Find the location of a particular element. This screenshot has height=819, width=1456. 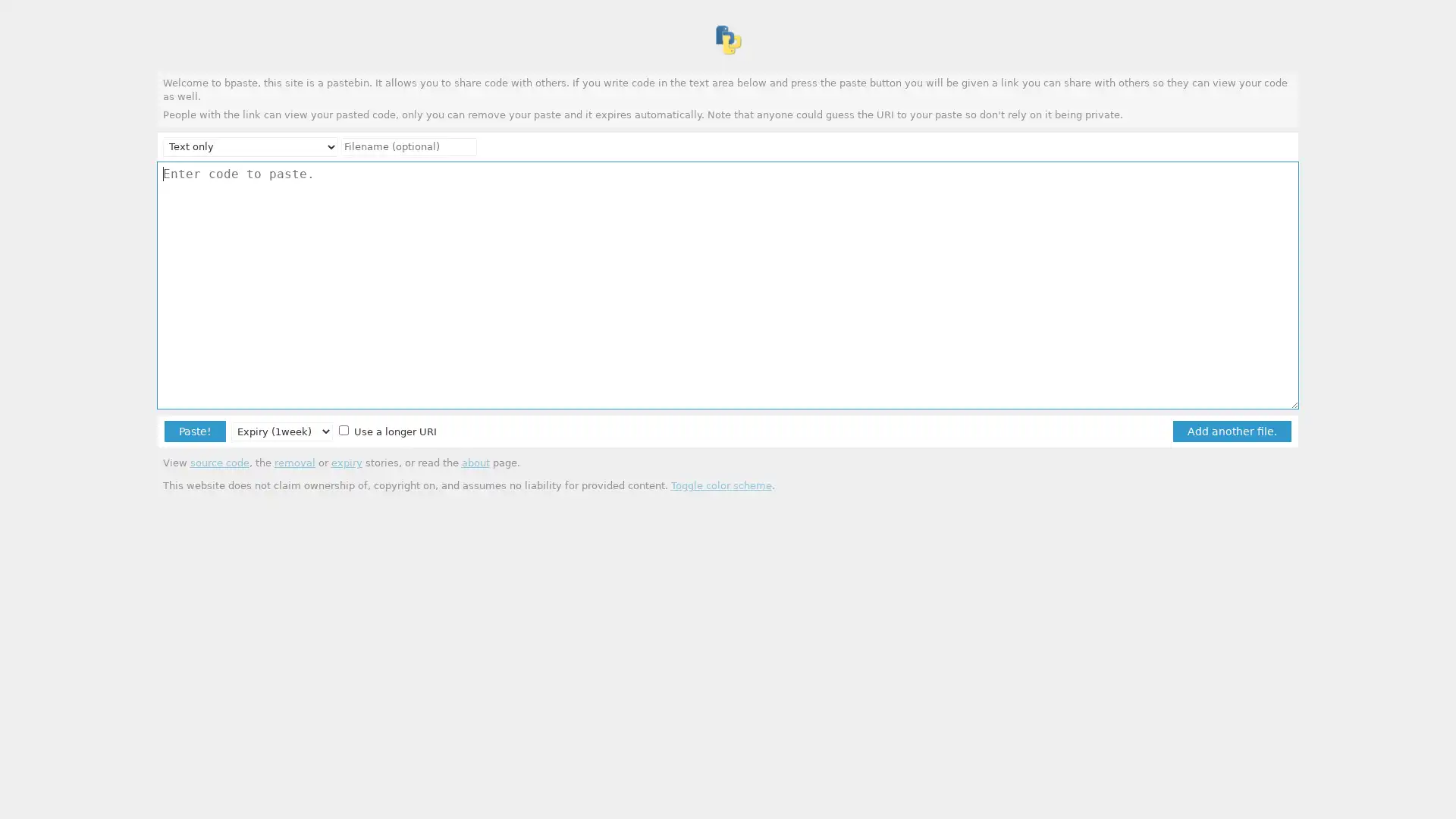

Toggle color scheme is located at coordinates (720, 485).